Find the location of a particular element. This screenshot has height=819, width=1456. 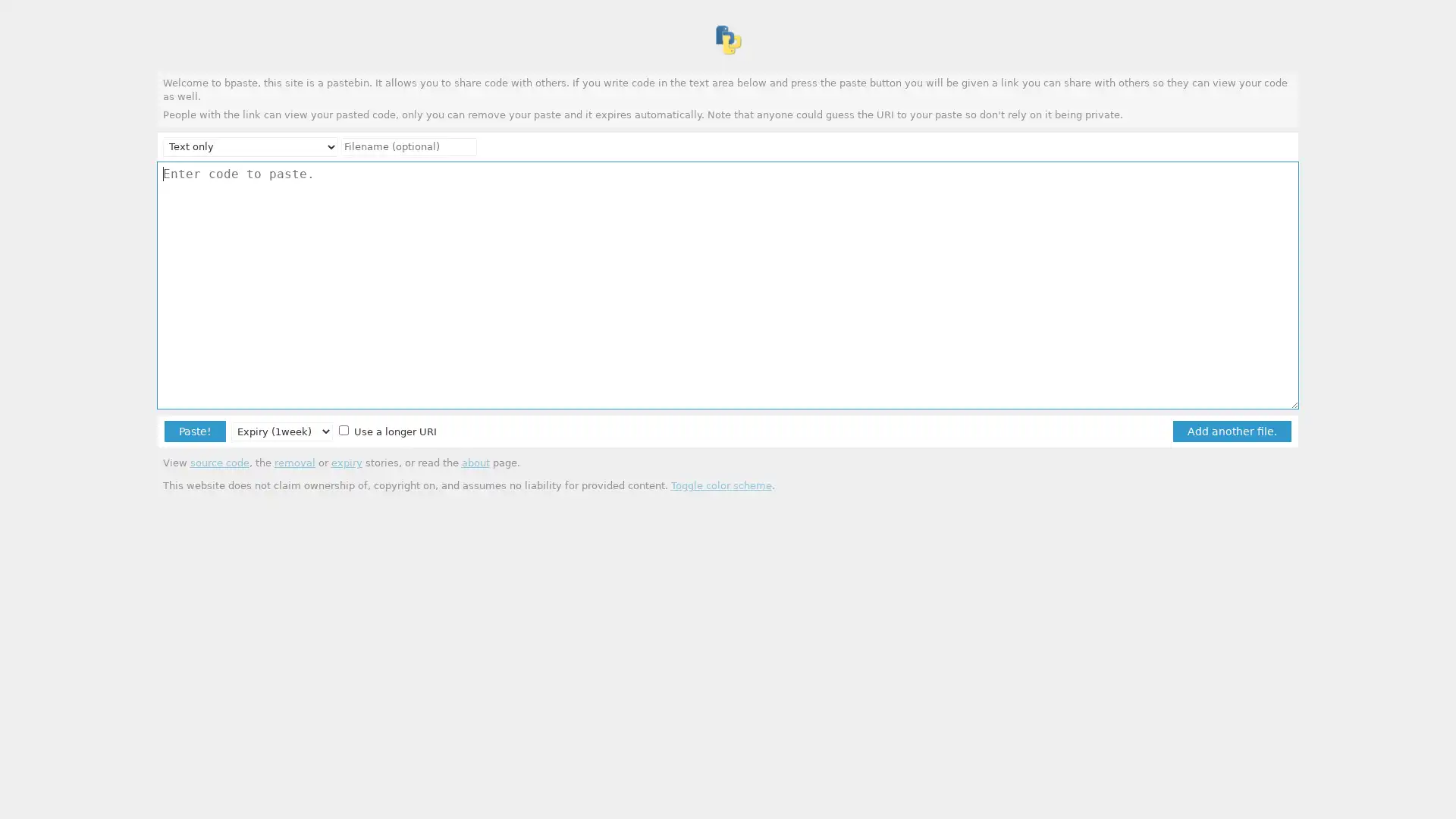

Toggle color scheme is located at coordinates (720, 485).